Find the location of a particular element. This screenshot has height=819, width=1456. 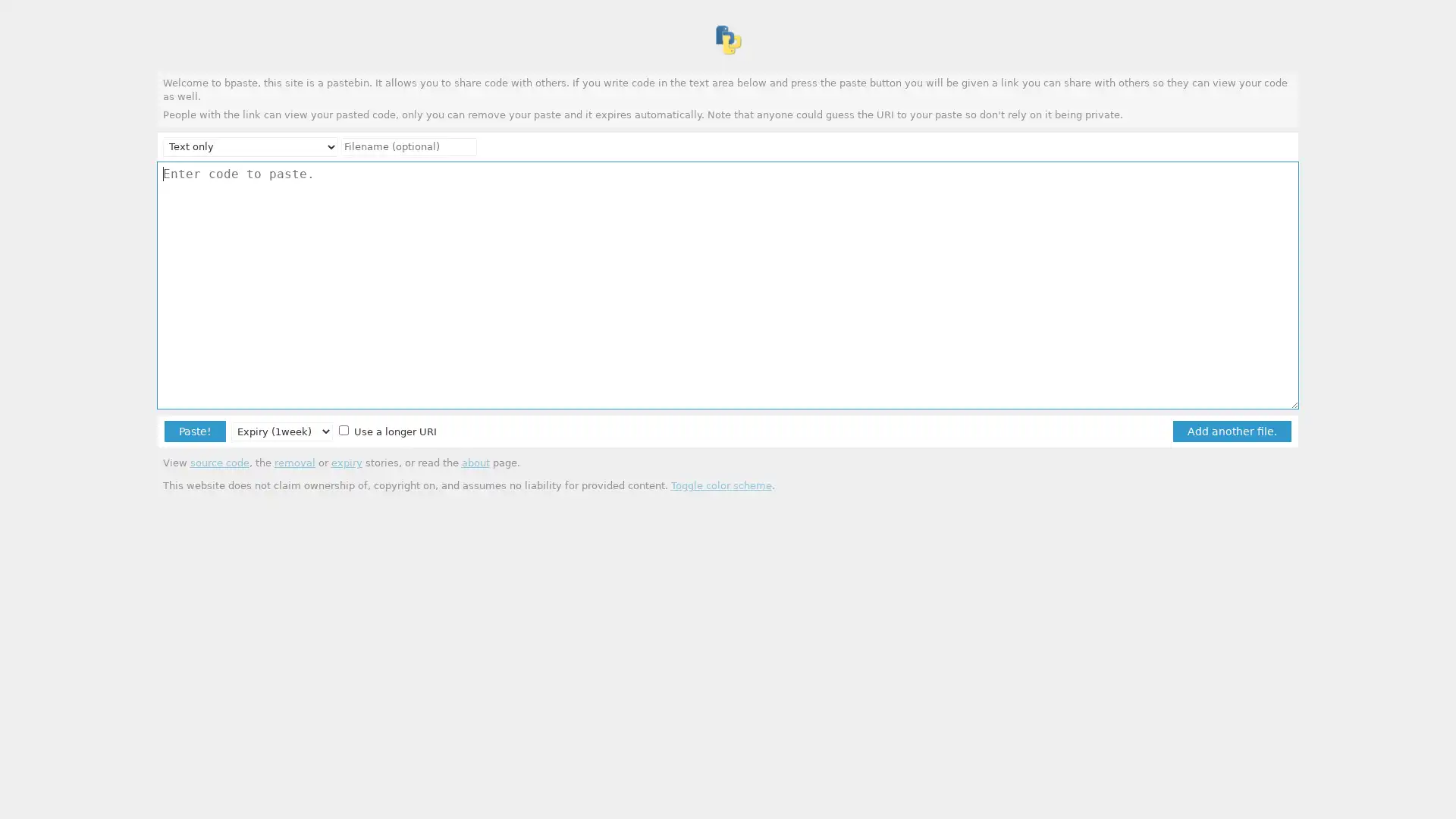

Toggle color scheme is located at coordinates (720, 485).